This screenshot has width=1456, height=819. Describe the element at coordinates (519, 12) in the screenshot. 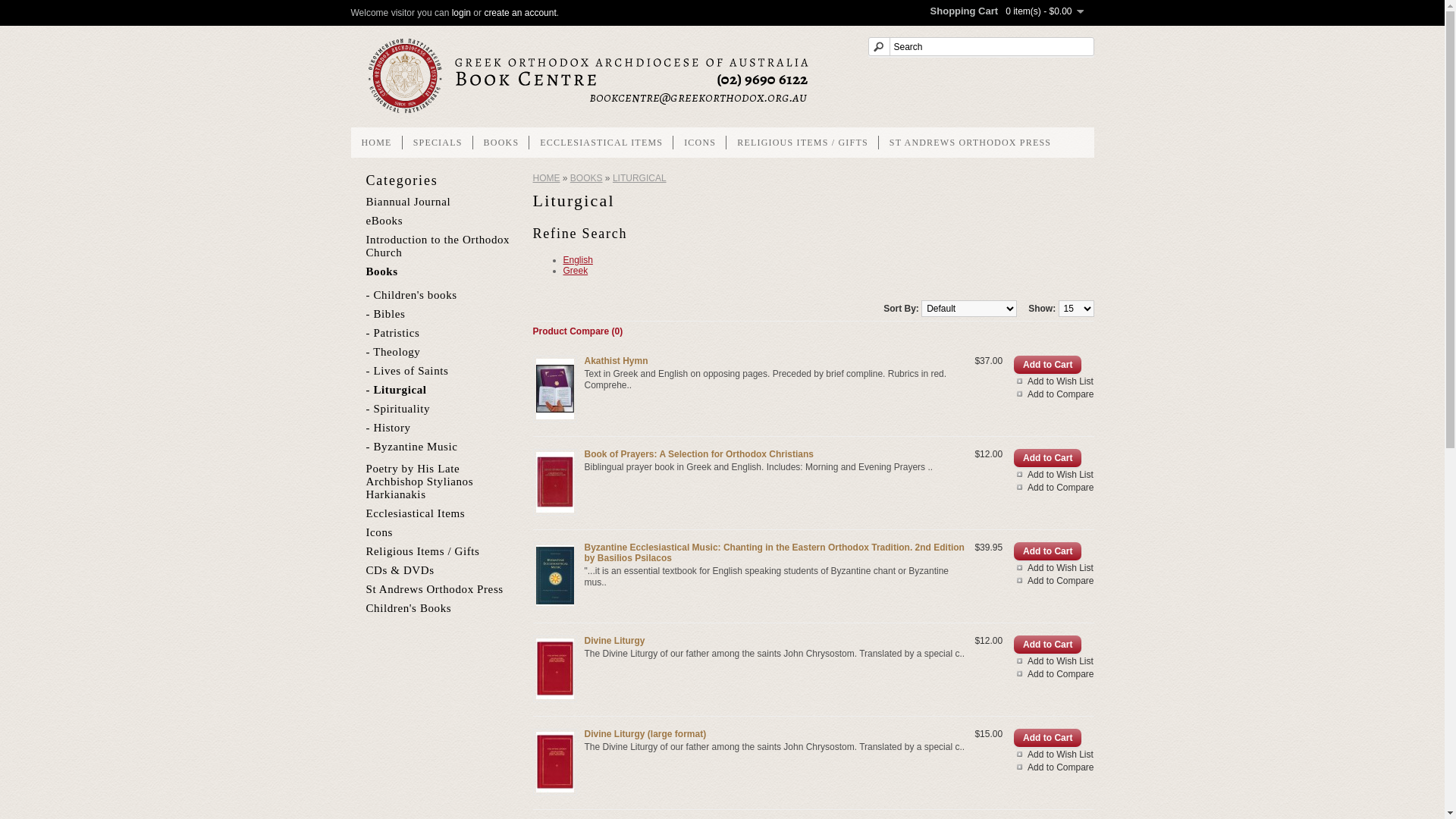

I see `'create an account'` at that location.